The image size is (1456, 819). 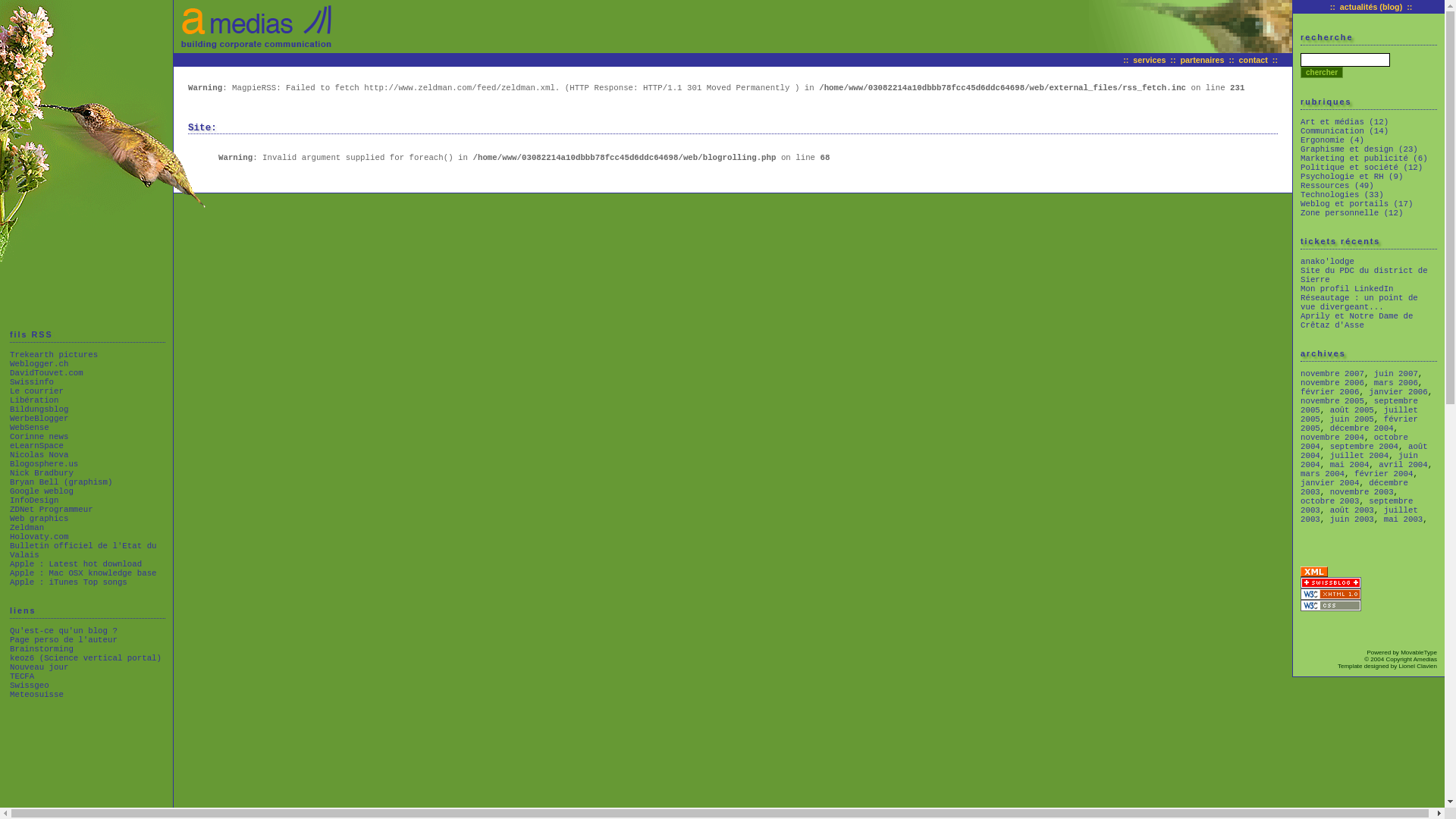 What do you see at coordinates (1344, 130) in the screenshot?
I see `'Communication (14)'` at bounding box center [1344, 130].